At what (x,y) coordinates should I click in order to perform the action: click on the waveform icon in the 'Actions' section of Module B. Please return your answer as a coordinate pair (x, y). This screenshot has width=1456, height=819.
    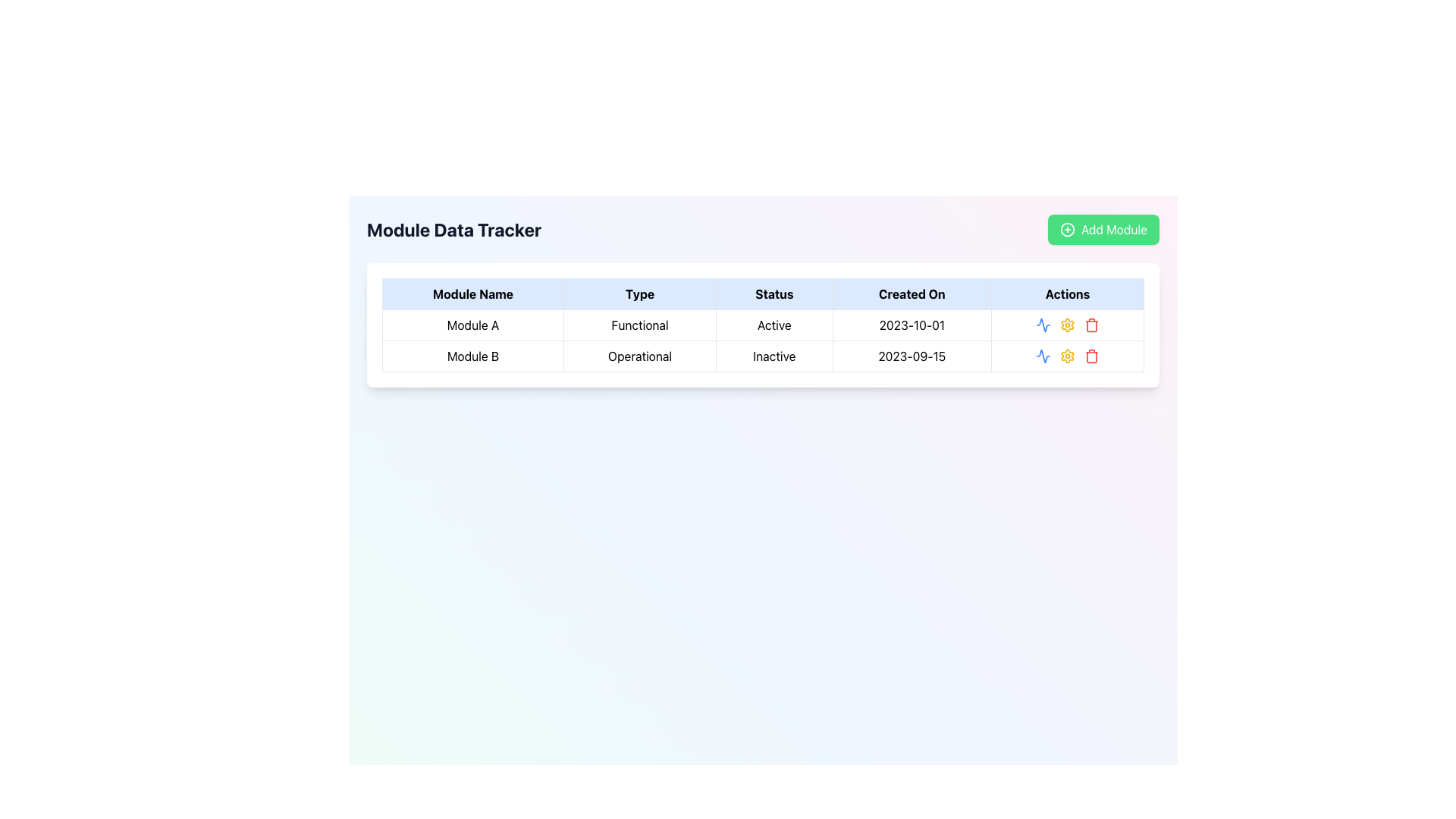
    Looking at the image, I should click on (1043, 324).